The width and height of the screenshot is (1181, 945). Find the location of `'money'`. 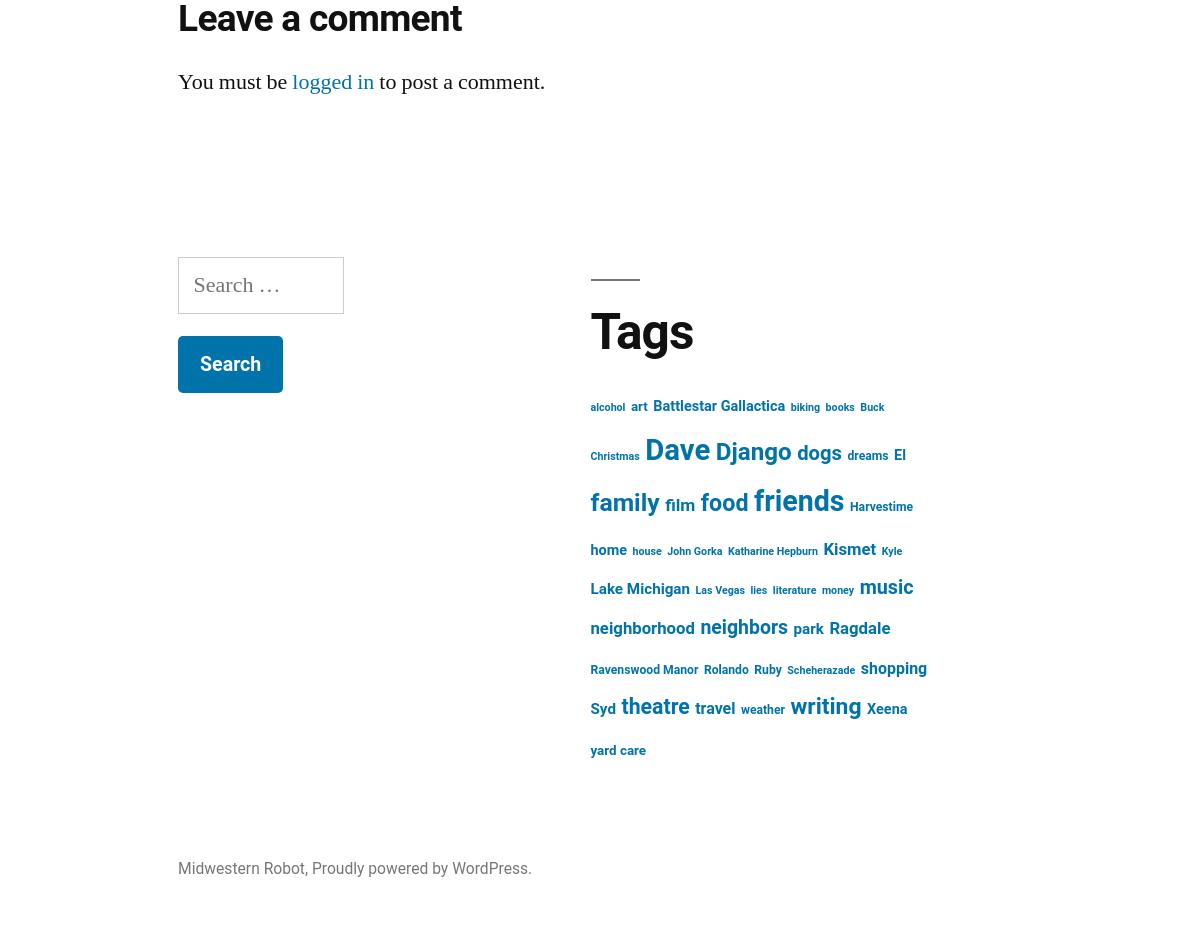

'money' is located at coordinates (837, 590).